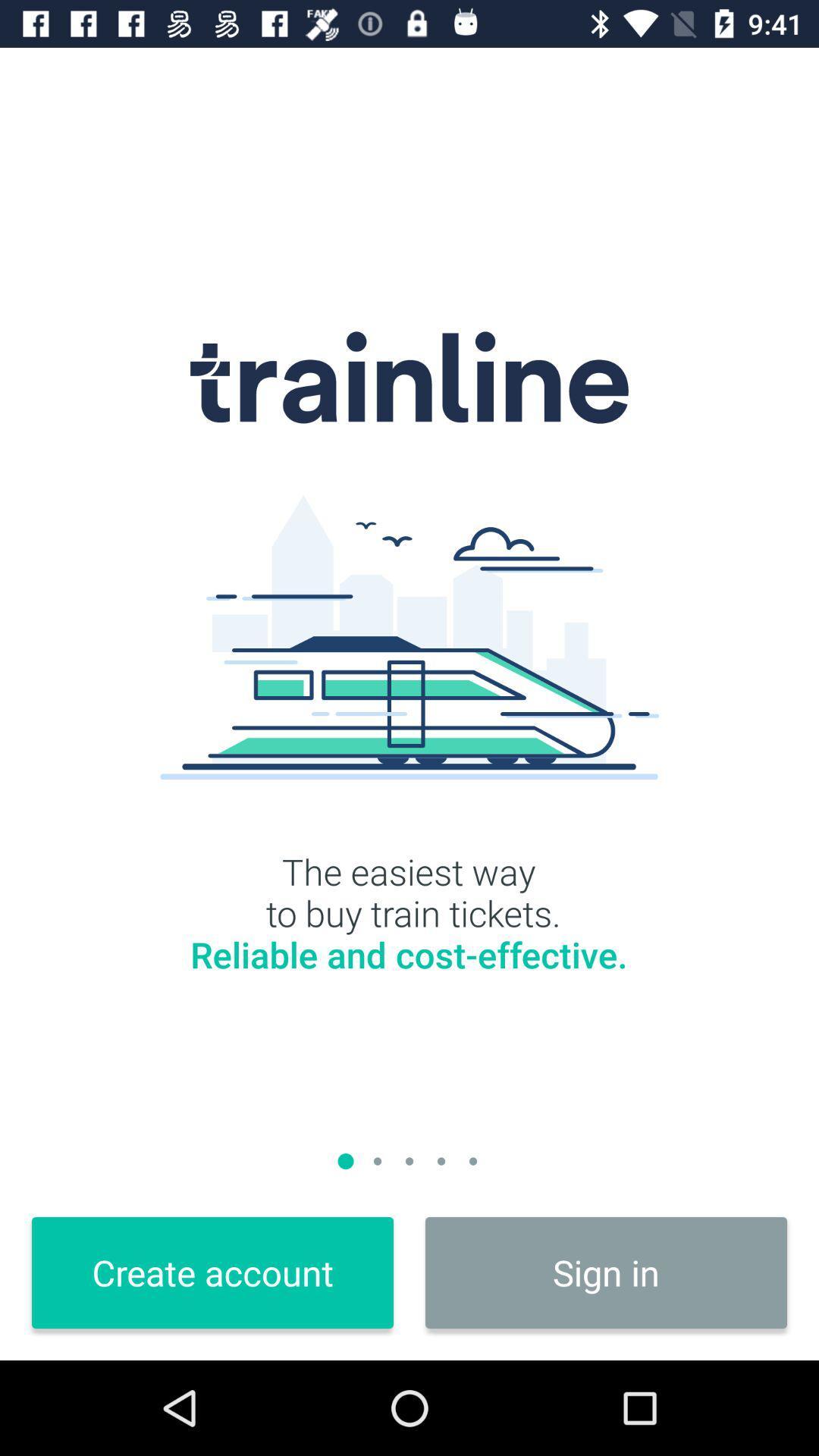  What do you see at coordinates (605, 1272) in the screenshot?
I see `sign in at the bottom right corner` at bounding box center [605, 1272].